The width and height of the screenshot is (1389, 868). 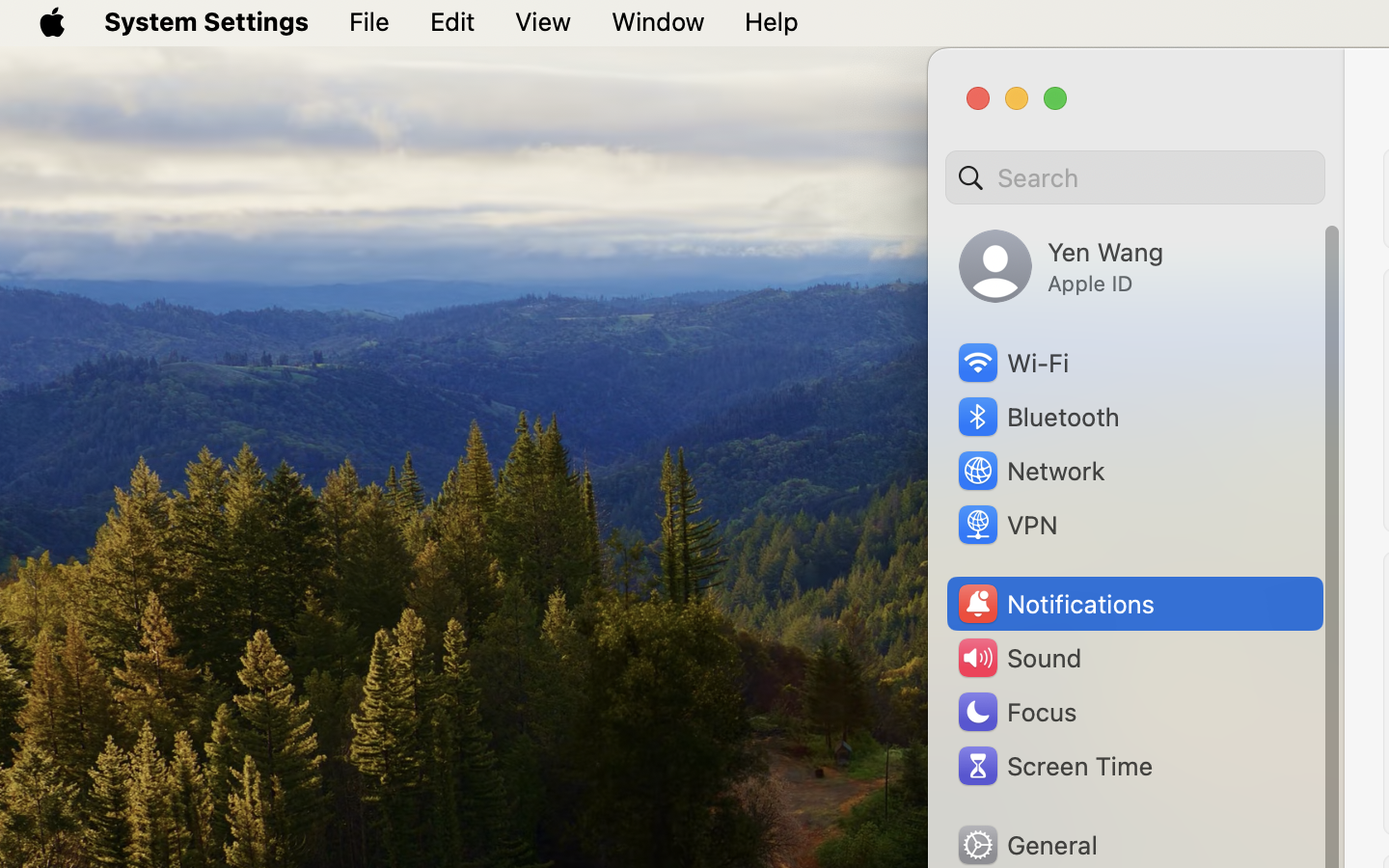 What do you see at coordinates (1012, 363) in the screenshot?
I see `'Wi‑Fi'` at bounding box center [1012, 363].